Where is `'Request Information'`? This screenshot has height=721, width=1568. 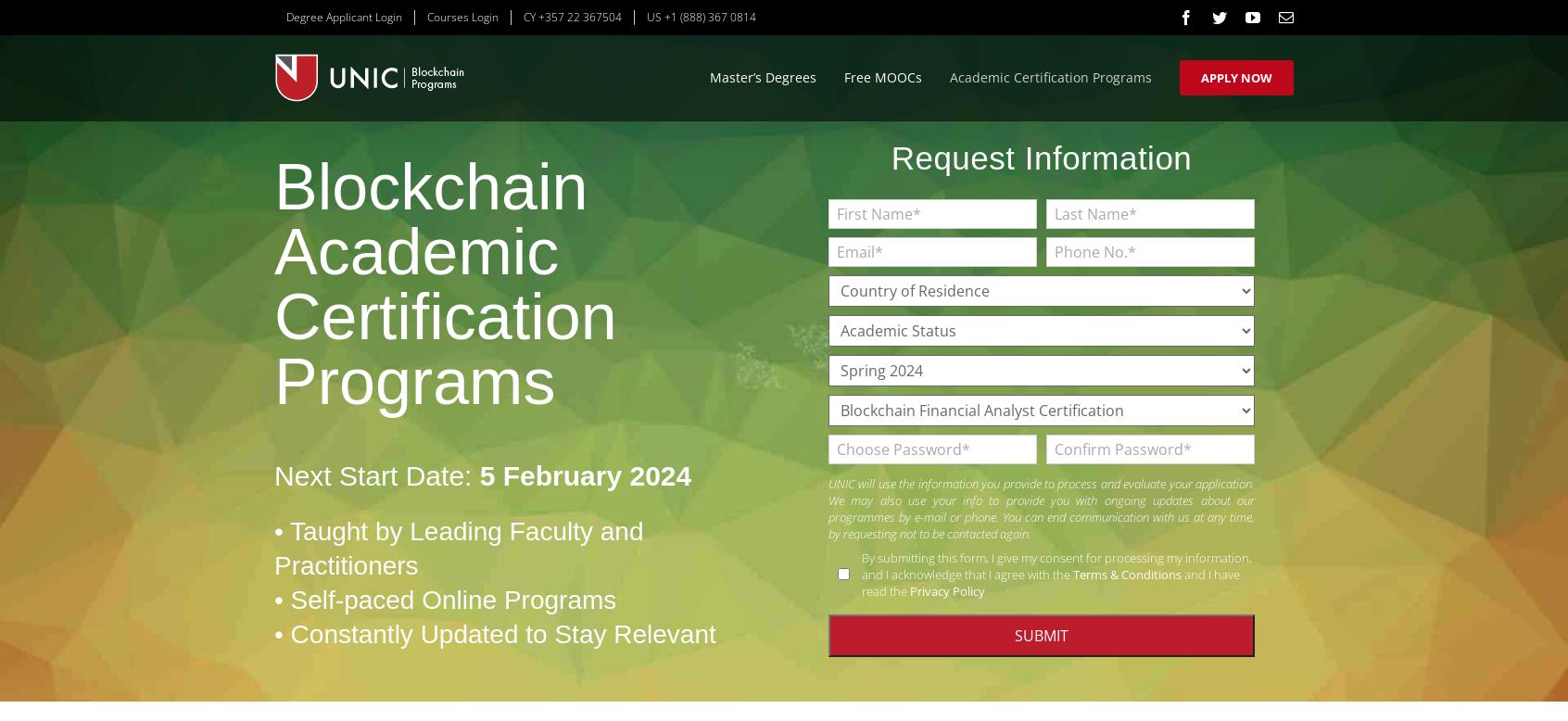 'Request Information' is located at coordinates (891, 158).